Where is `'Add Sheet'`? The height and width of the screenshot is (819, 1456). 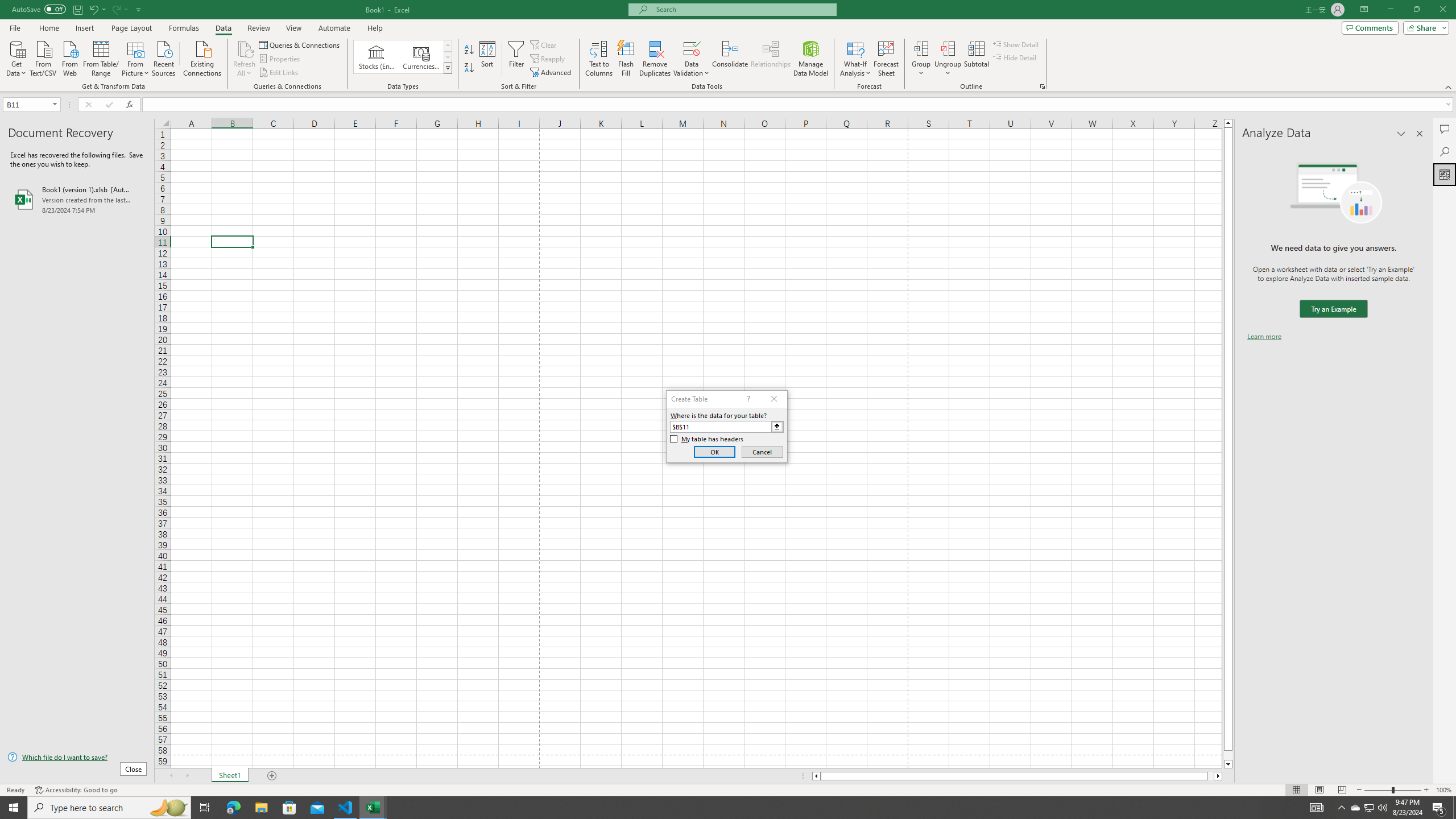 'Add Sheet' is located at coordinates (273, 775).